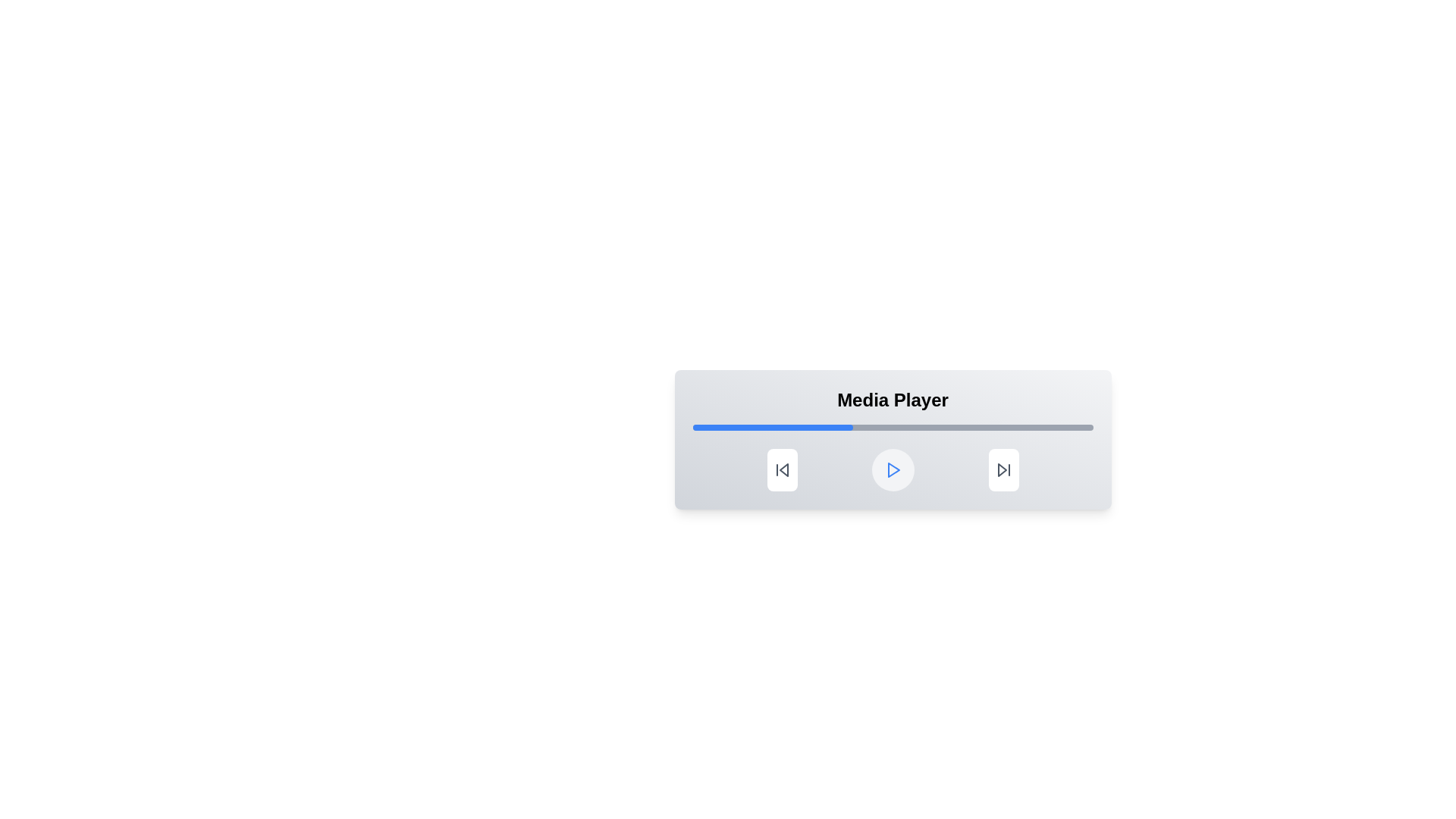  What do you see at coordinates (1003, 469) in the screenshot?
I see `the skip-forward button, which is a white rectangular button with rounded corners and a dark-colored triangle icon, located in the media player footer section` at bounding box center [1003, 469].